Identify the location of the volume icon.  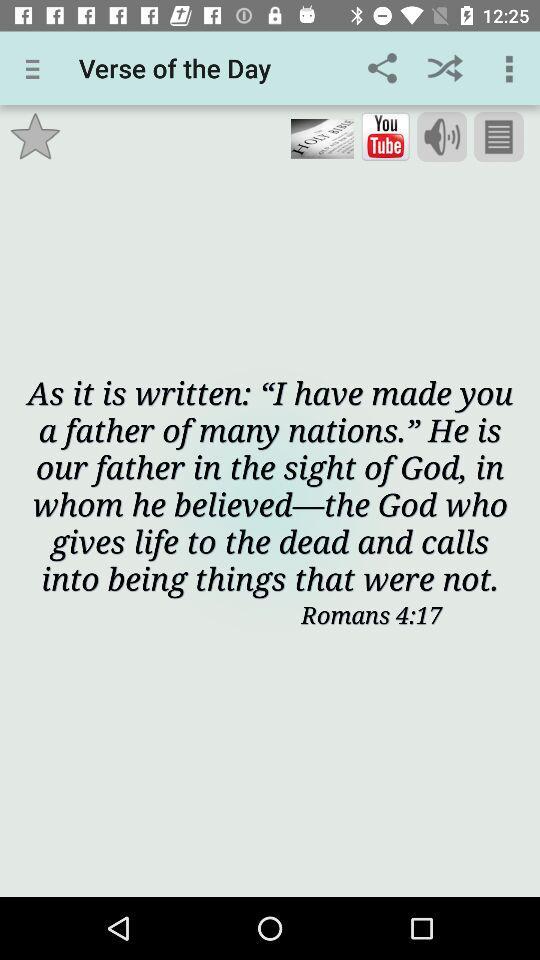
(442, 136).